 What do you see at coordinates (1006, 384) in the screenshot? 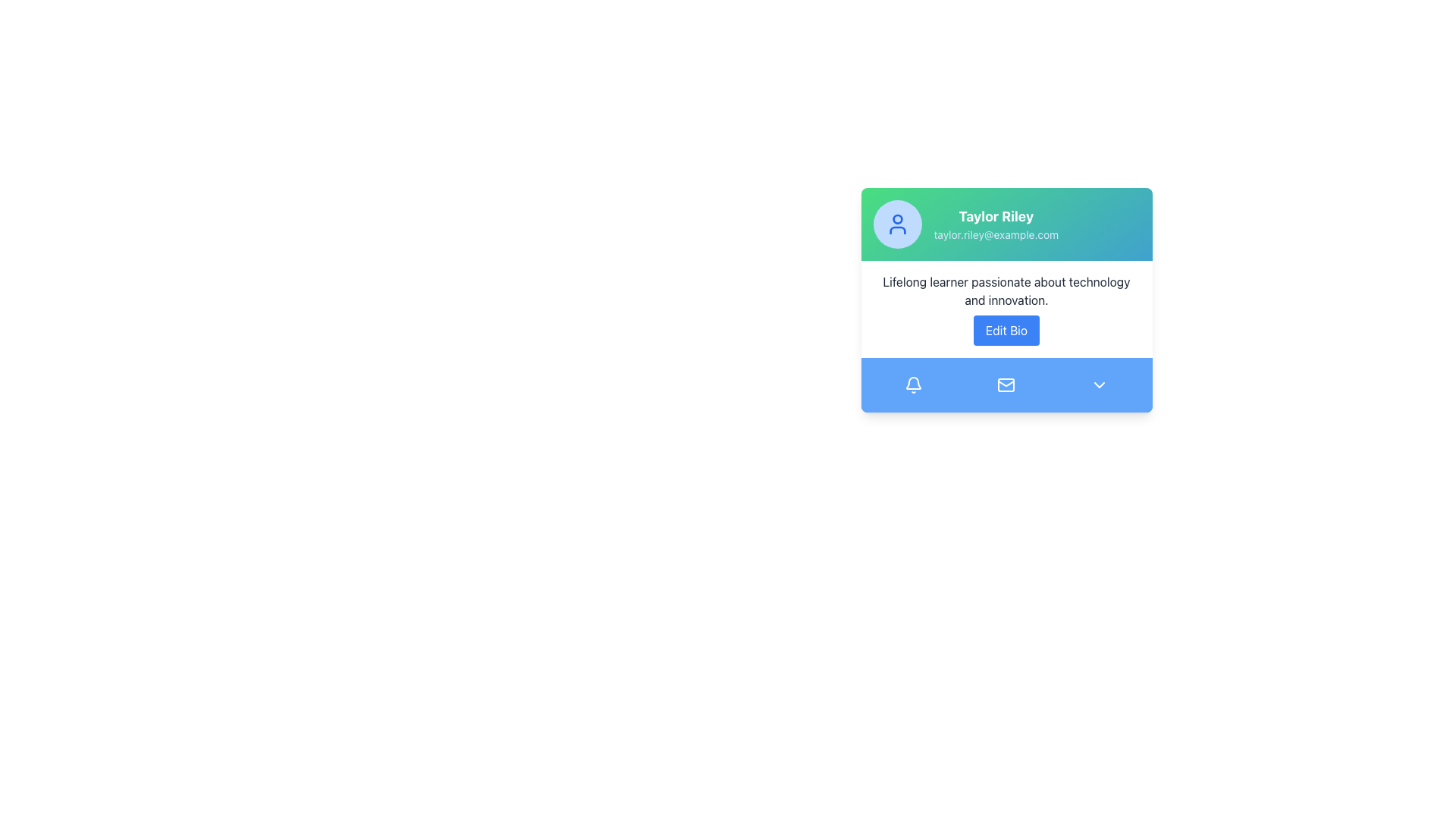
I see `the envelope icon in the interactive toolbar located at the bottom of the card interface` at bounding box center [1006, 384].